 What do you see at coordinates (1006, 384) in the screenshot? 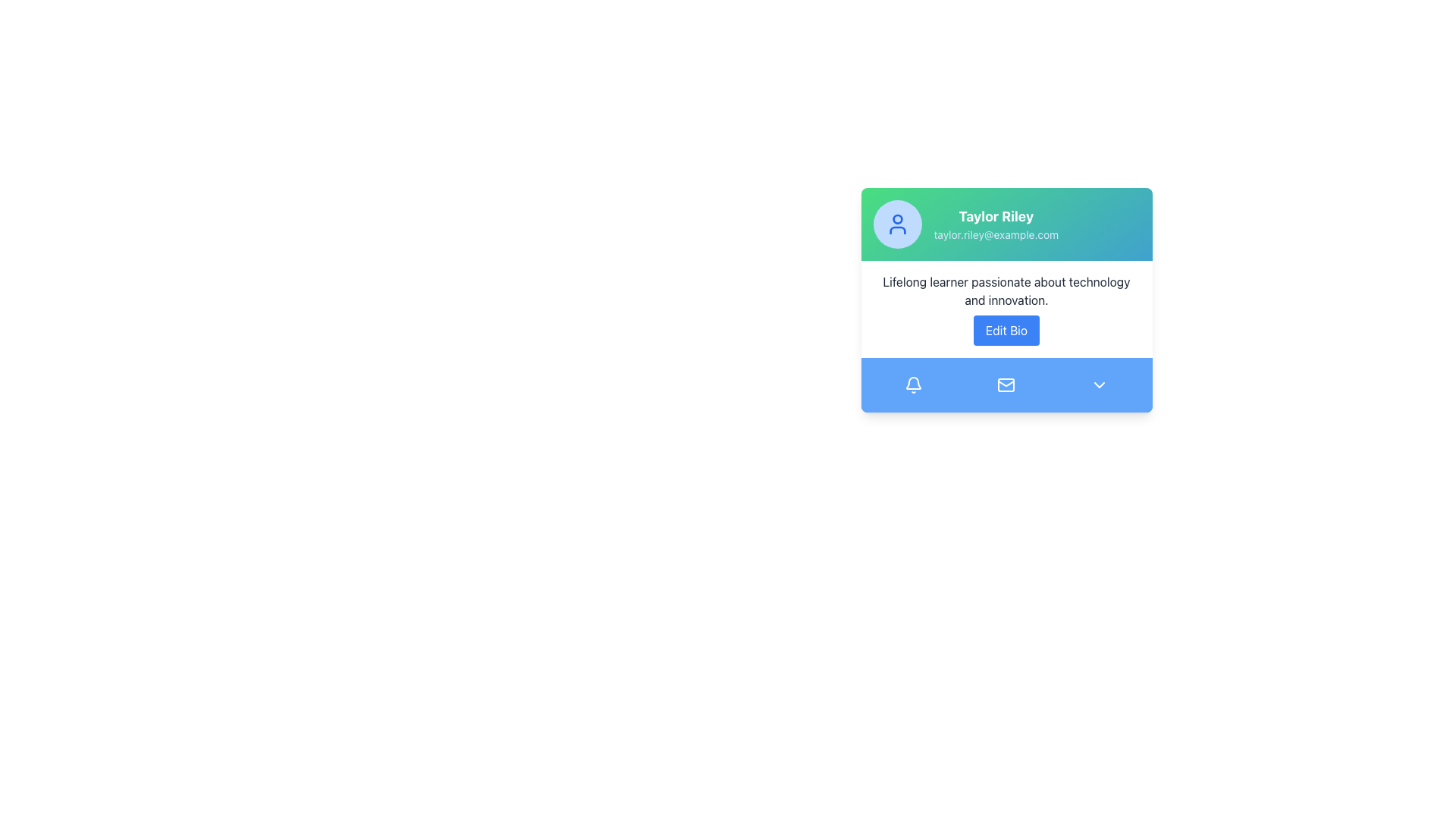
I see `the envelope icon in the interactive toolbar located at the bottom of the card interface` at bounding box center [1006, 384].